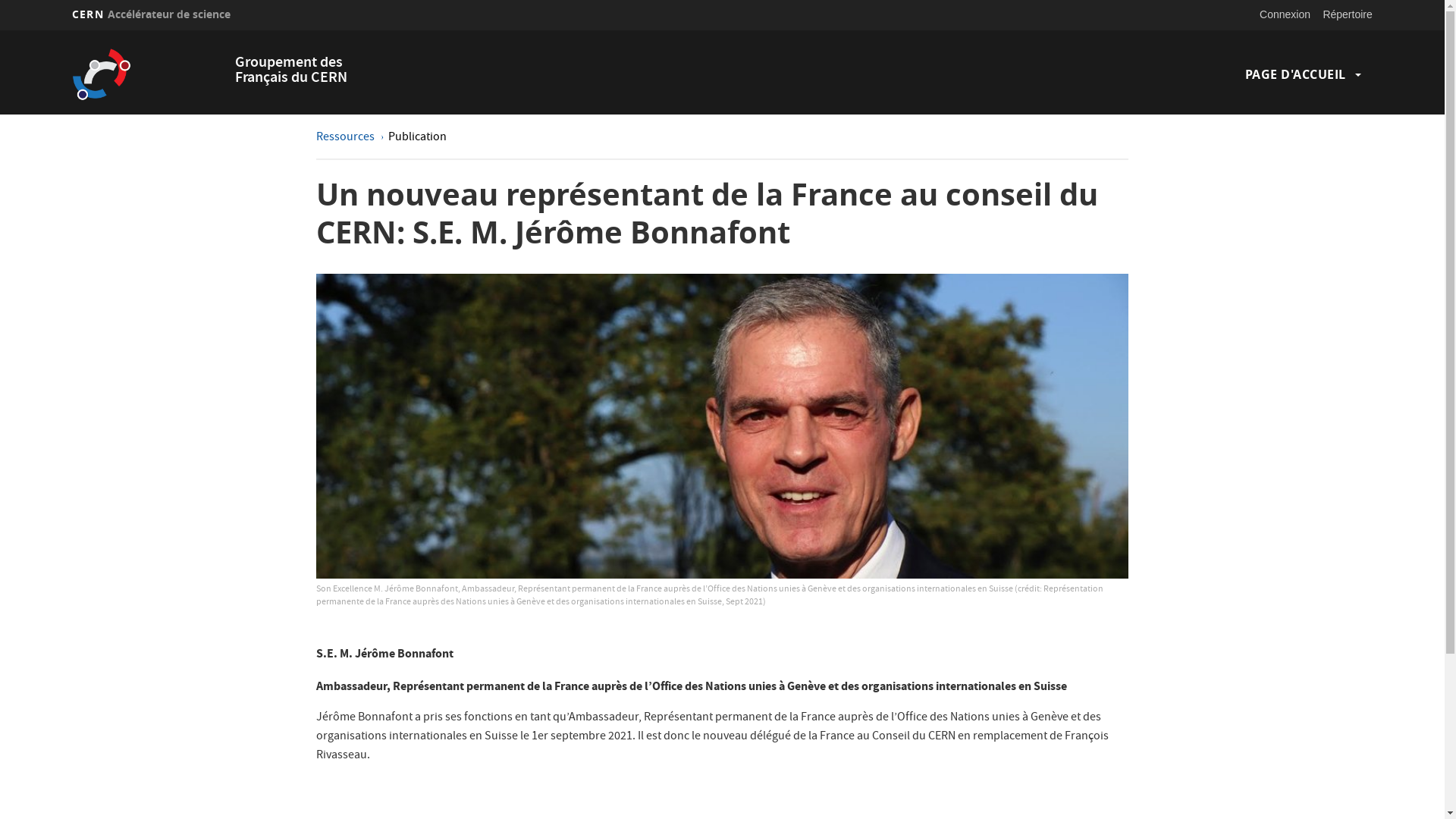 The height and width of the screenshot is (819, 1456). I want to click on 'Connexion', so click(1253, 14).